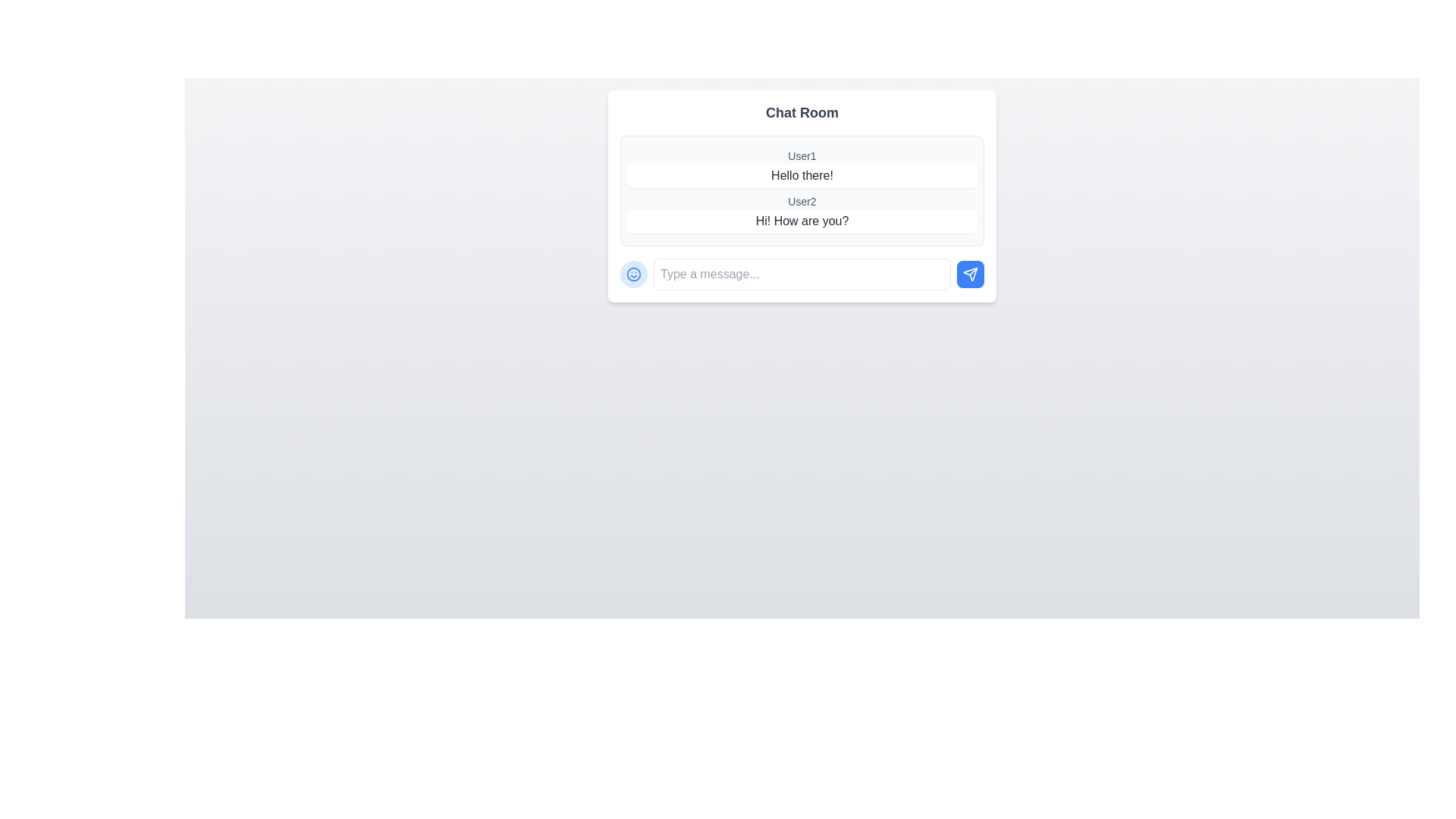 The image size is (1456, 819). Describe the element at coordinates (971, 275) in the screenshot. I see `the blue outlined airplane icon at the bottom right of the chat interface to send a message` at that location.